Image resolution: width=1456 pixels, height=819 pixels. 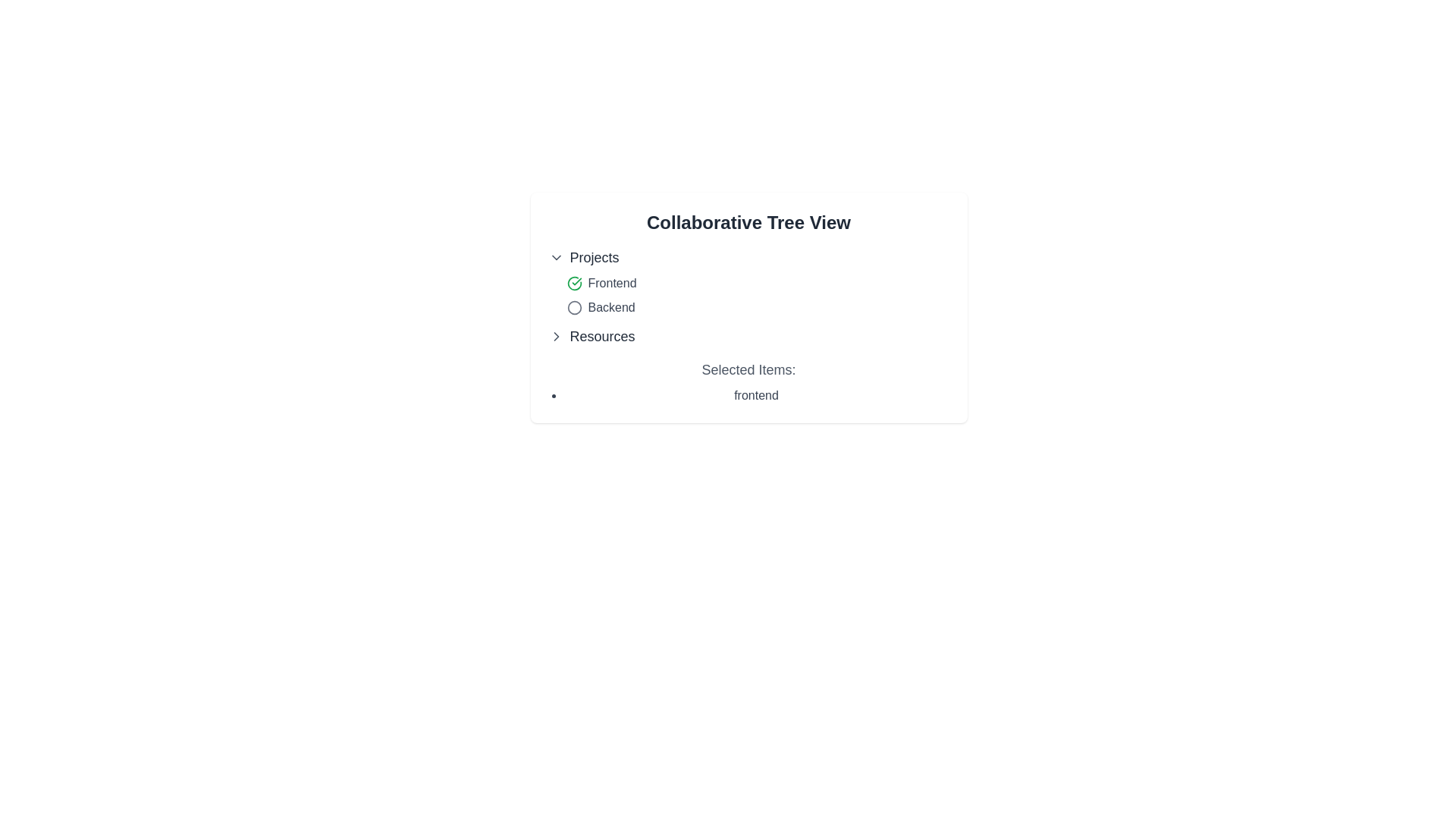 I want to click on text of the 'Frontend' label, which is a medium-gray textual label styled in a standard sans-serif font, located inline next to a green checkmark icon in the 'Collaborative Tree View' under 'Projects', so click(x=612, y=284).